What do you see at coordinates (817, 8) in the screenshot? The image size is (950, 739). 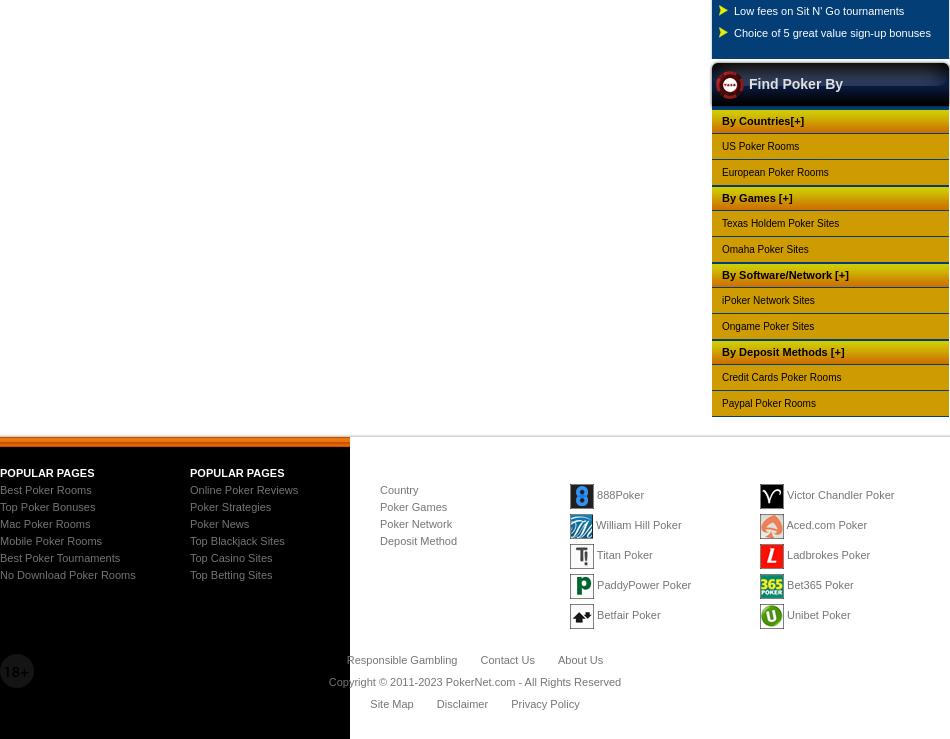 I see `'Low fees on Sit N' Go tournaments'` at bounding box center [817, 8].